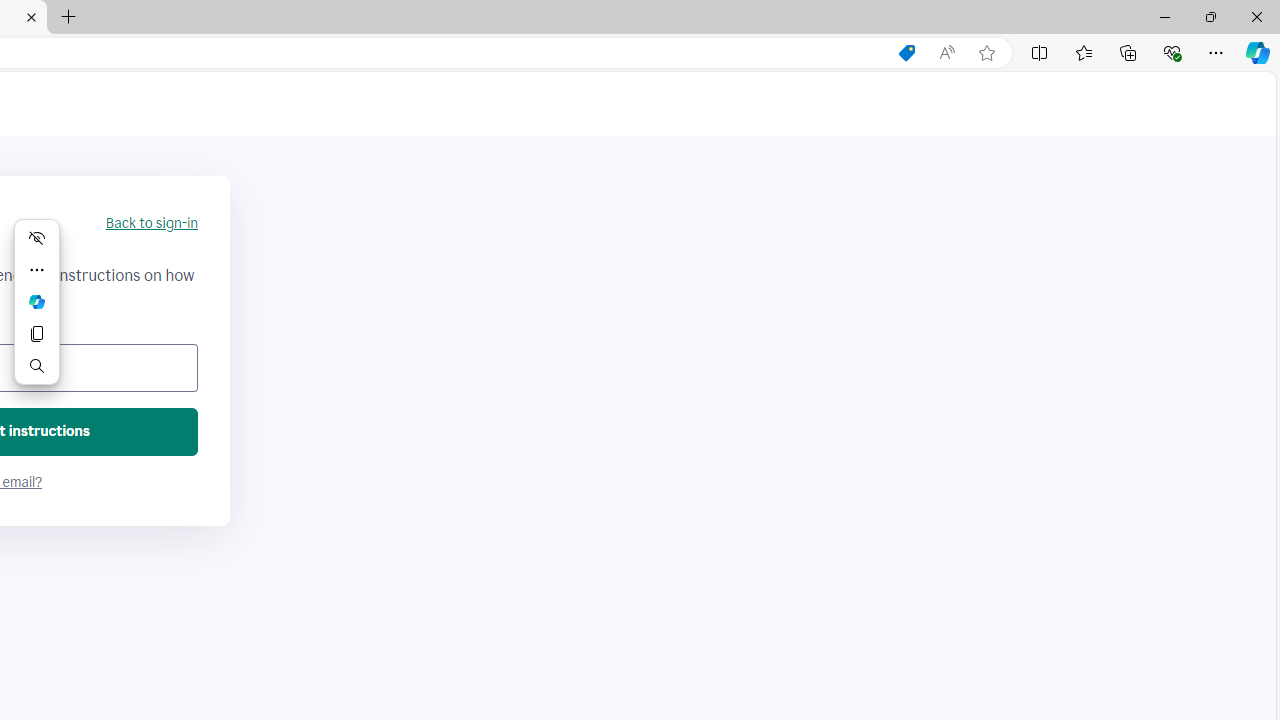 The width and height of the screenshot is (1280, 720). Describe the element at coordinates (37, 270) in the screenshot. I see `'More actions'` at that location.